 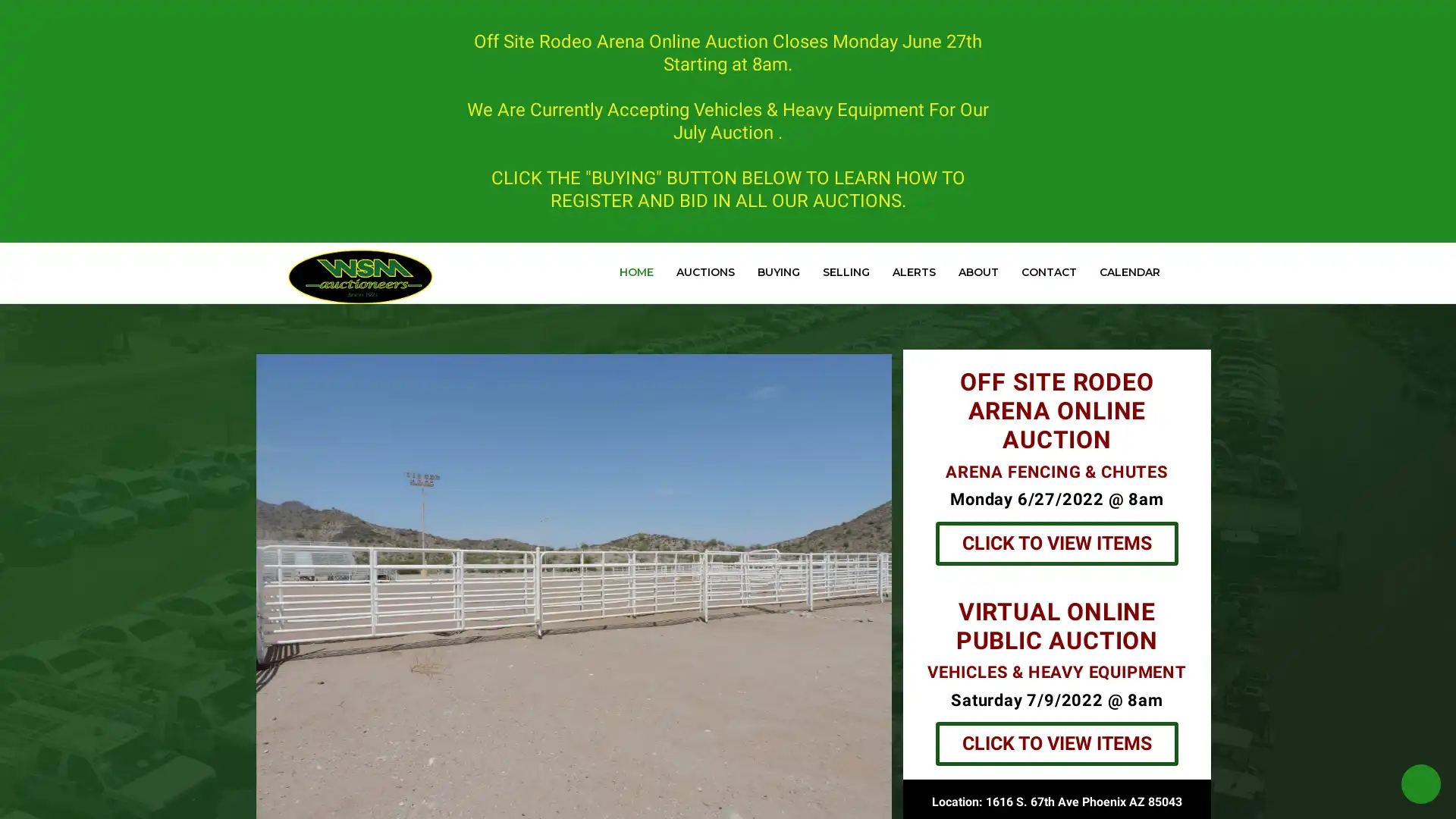 What do you see at coordinates (1055, 742) in the screenshot?
I see `CLICK TO VIEW ITEMS` at bounding box center [1055, 742].